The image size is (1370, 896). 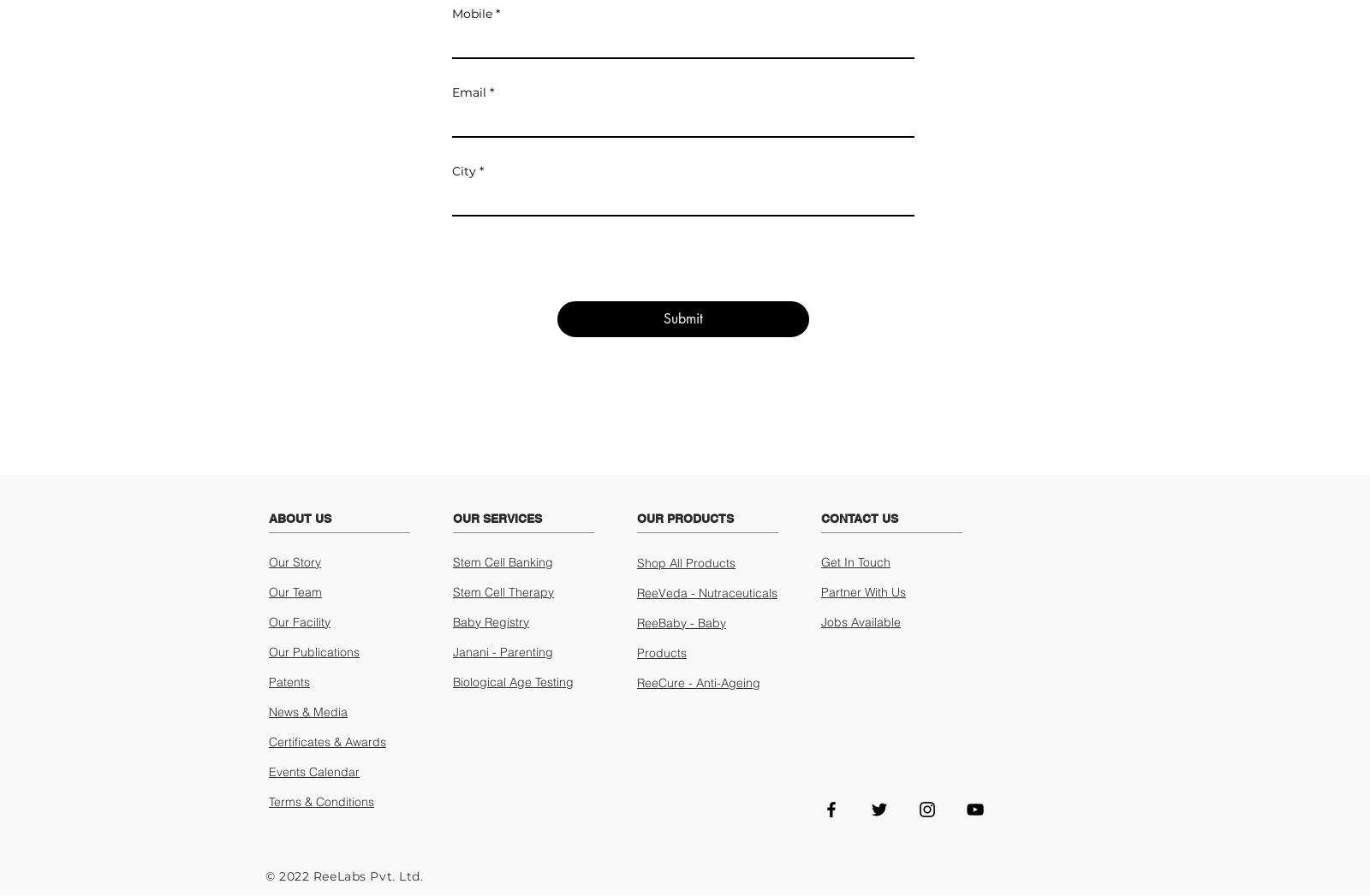 I want to click on 'Biological Age Testing', so click(x=512, y=680).